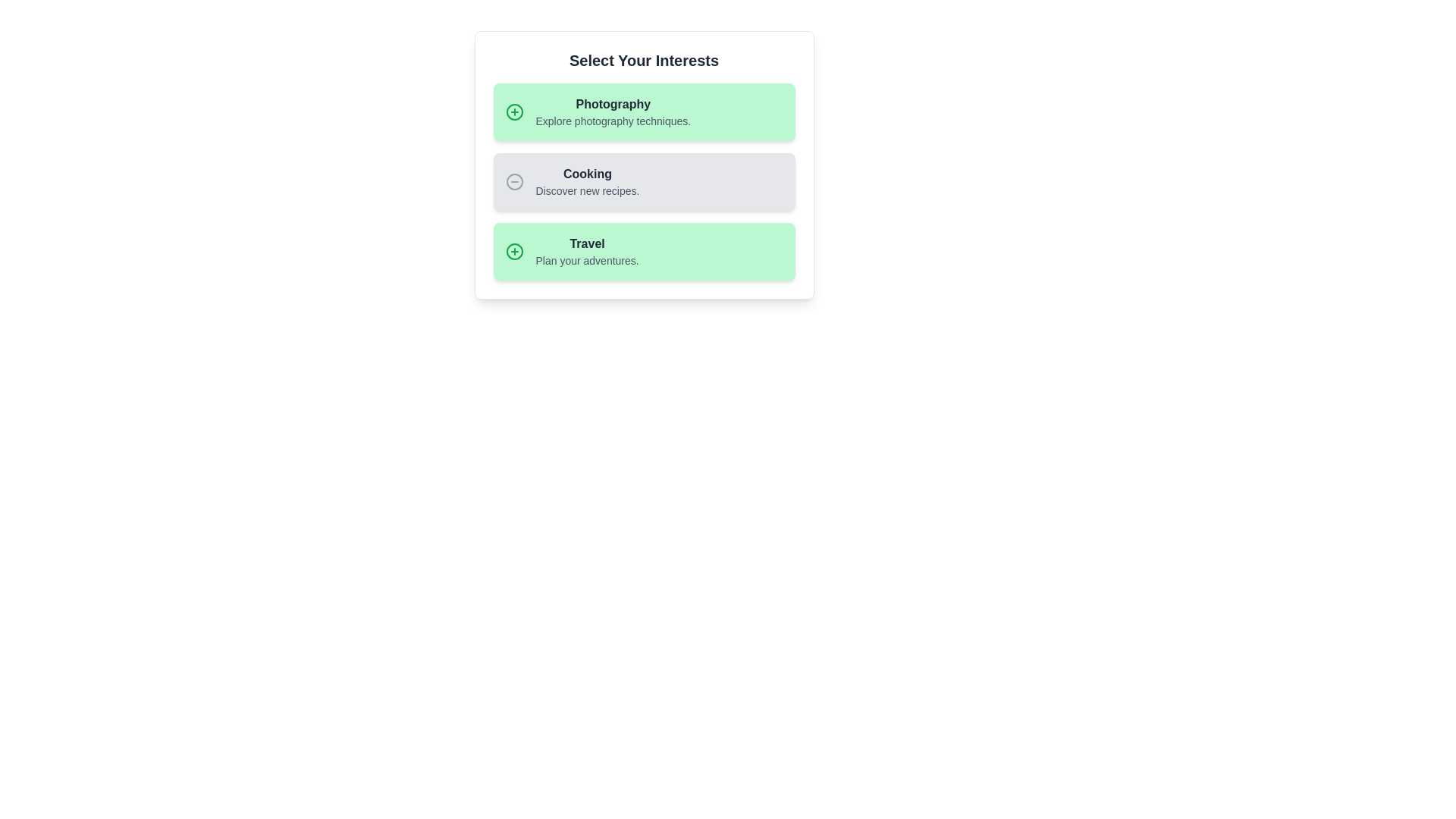 The image size is (1456, 819). Describe the element at coordinates (644, 111) in the screenshot. I see `the interest Photography` at that location.